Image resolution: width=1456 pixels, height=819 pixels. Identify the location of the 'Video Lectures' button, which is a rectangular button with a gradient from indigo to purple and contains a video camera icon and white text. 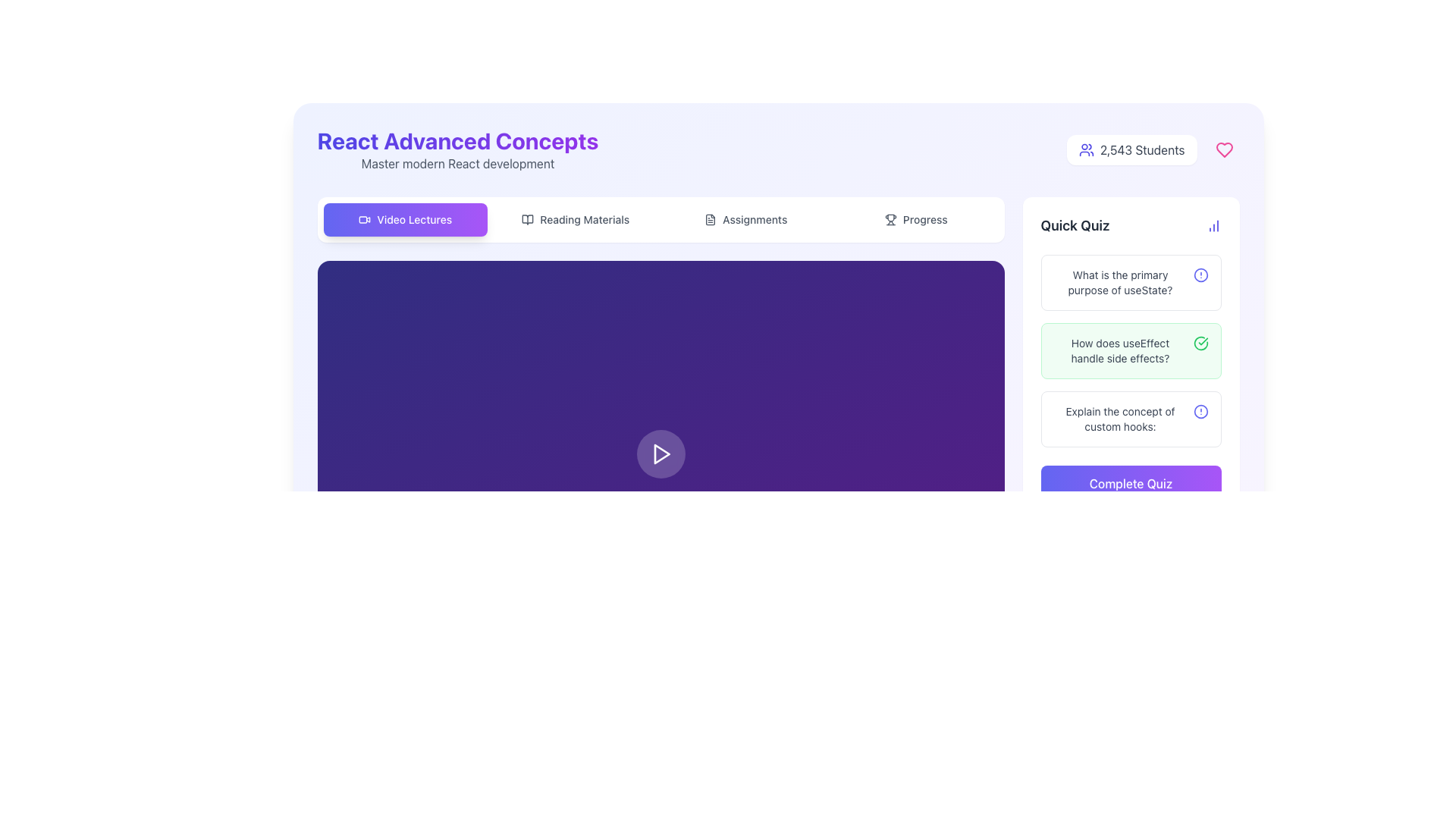
(405, 219).